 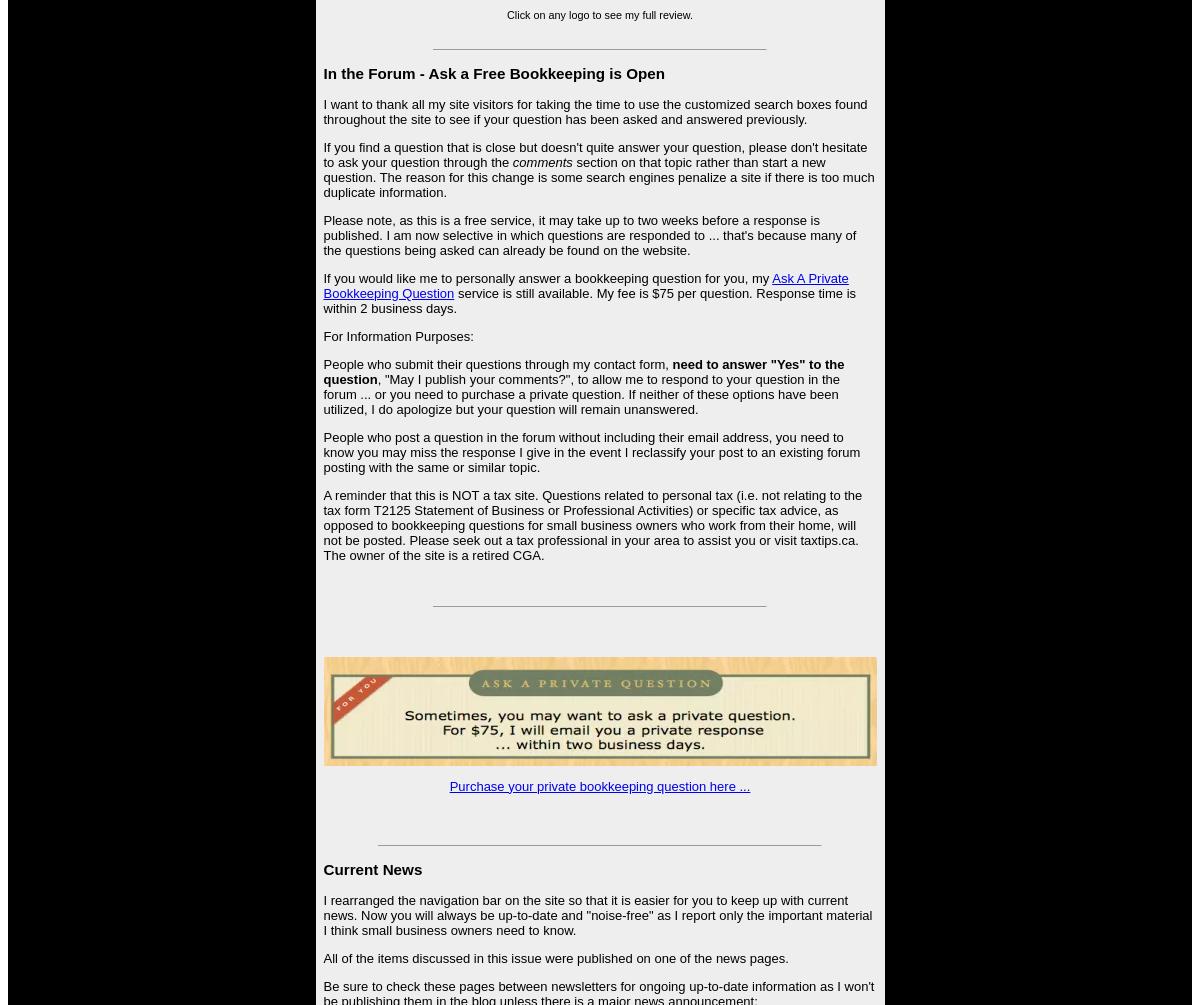 I want to click on 'service is still available. My fee is $75 per question. Response time is within 2 business days.', so click(x=323, y=299).